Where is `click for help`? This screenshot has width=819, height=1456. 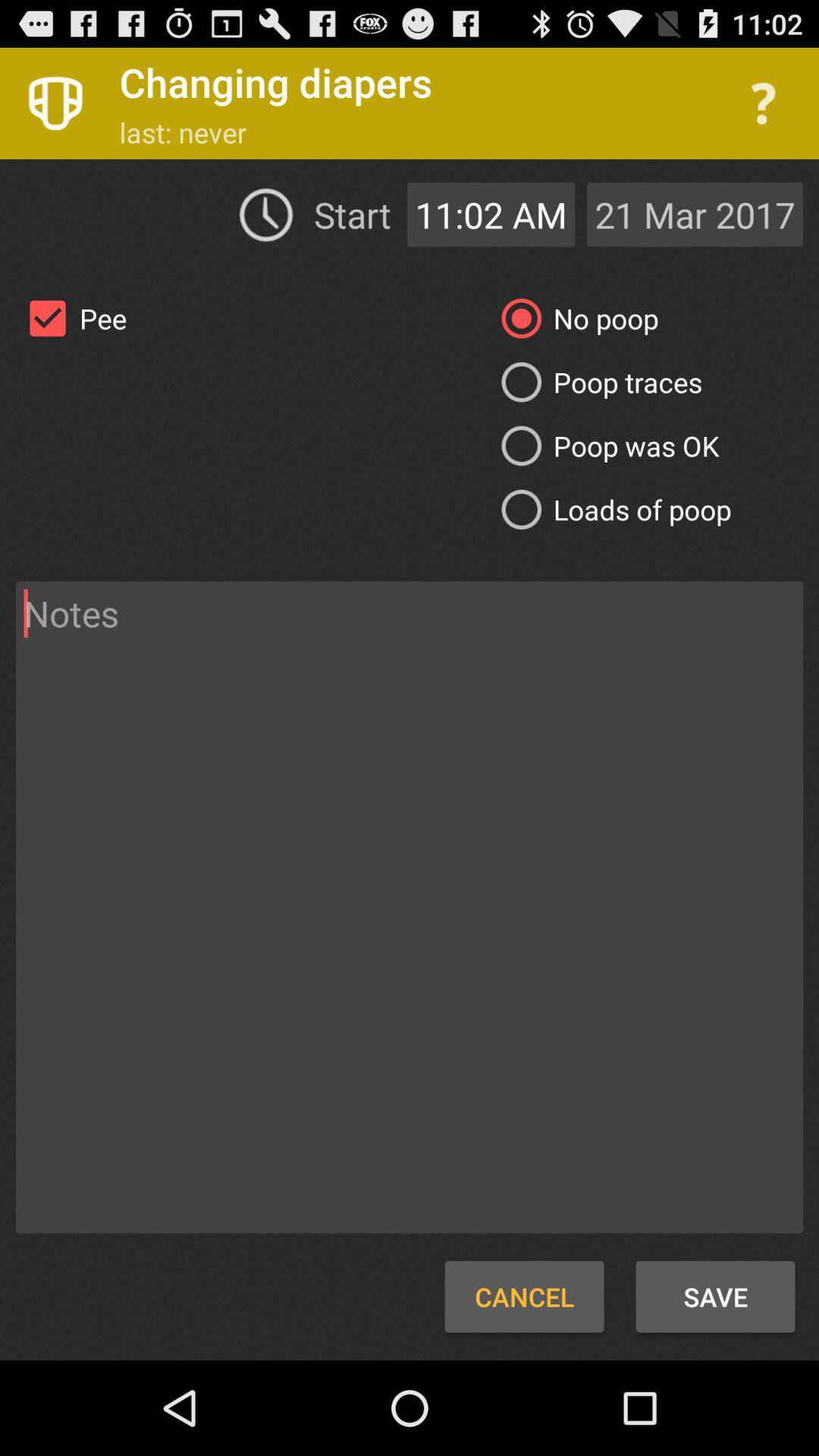
click for help is located at coordinates (763, 102).